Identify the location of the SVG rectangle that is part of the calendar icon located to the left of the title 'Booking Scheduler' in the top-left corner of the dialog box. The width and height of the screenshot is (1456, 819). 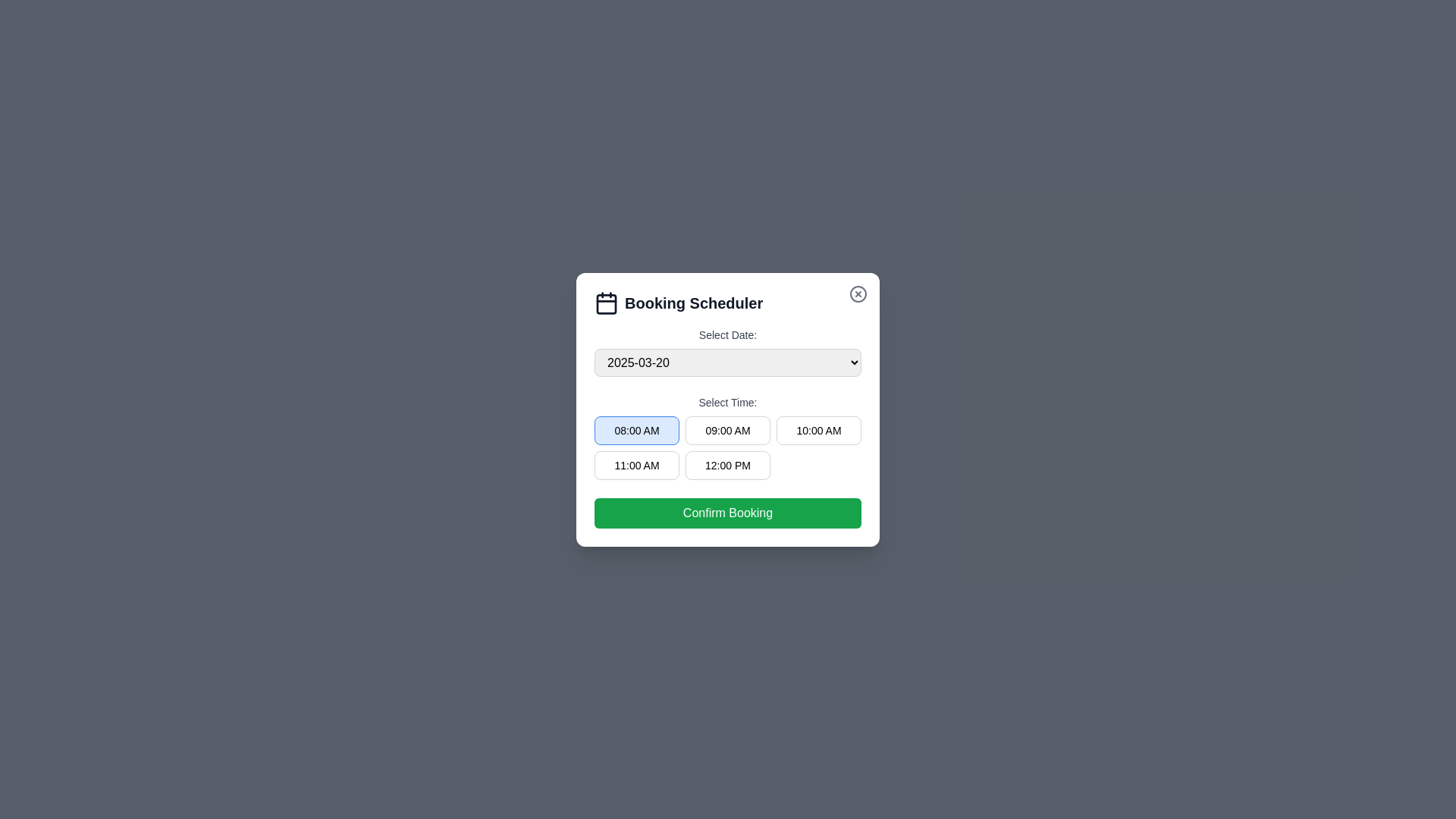
(607, 303).